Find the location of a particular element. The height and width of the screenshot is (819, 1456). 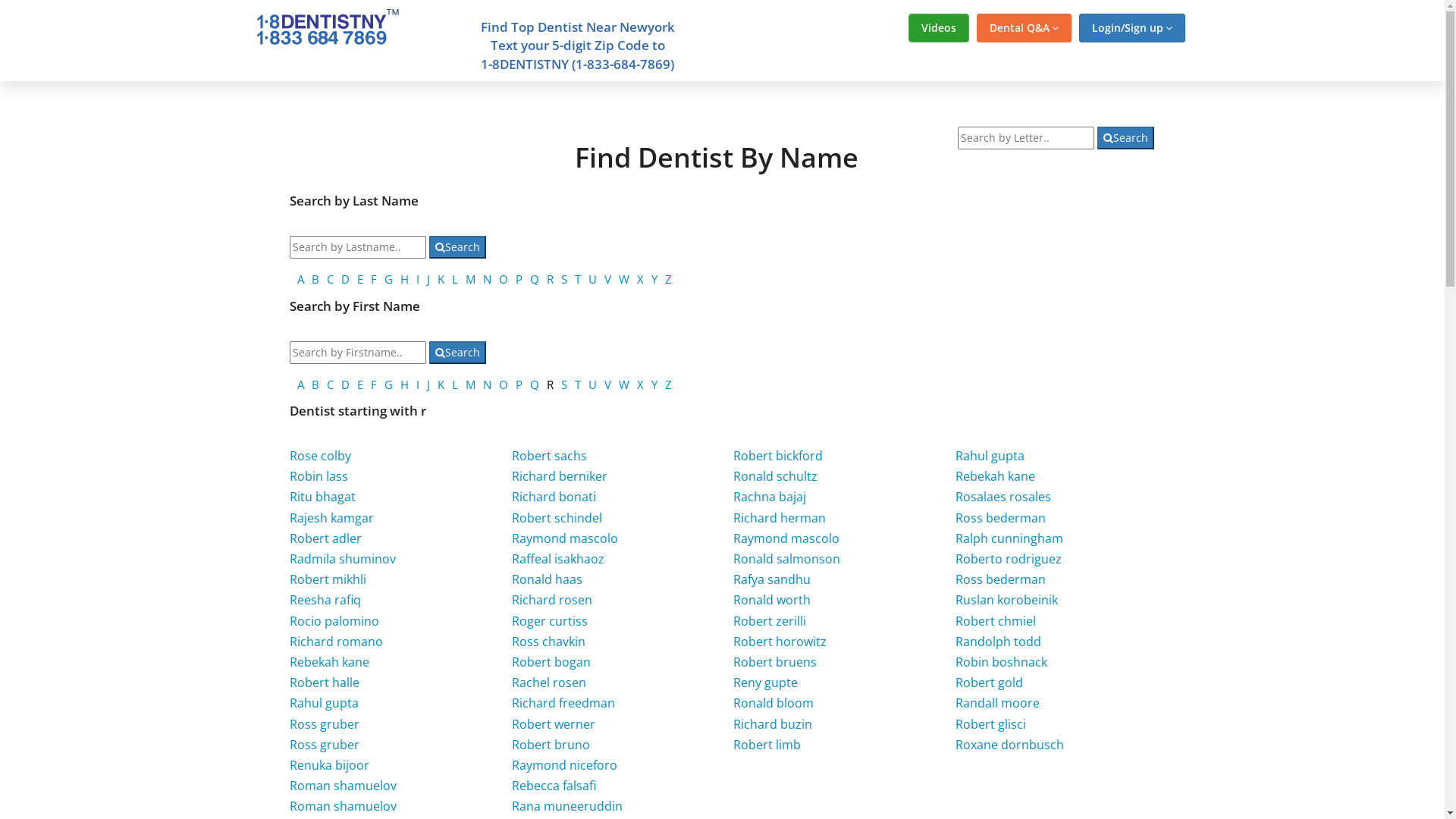

'F' is located at coordinates (374, 383).